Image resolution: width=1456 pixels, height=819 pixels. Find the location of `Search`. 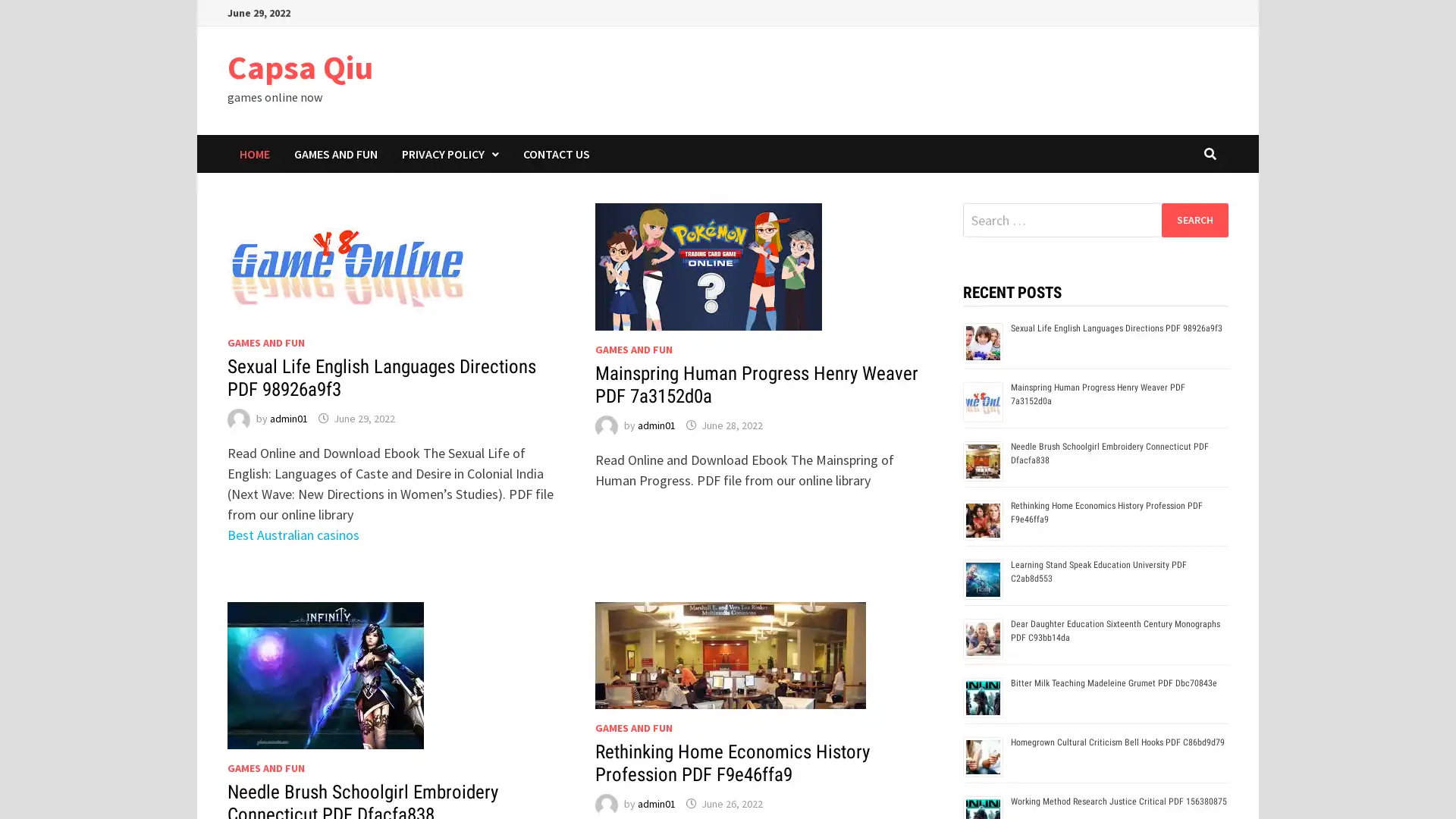

Search is located at coordinates (1194, 219).